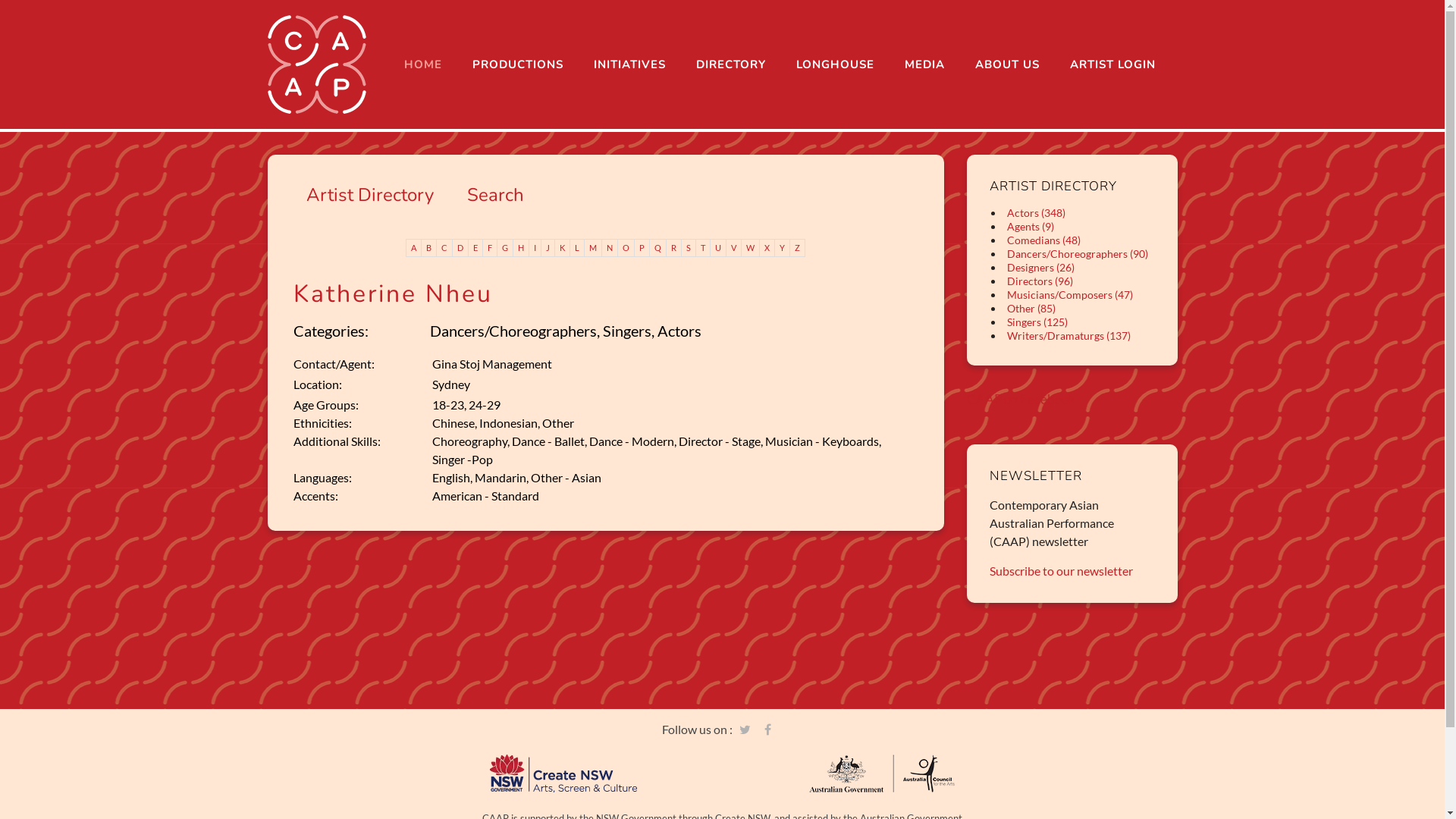 The height and width of the screenshot is (819, 1456). What do you see at coordinates (642, 247) in the screenshot?
I see `'P'` at bounding box center [642, 247].